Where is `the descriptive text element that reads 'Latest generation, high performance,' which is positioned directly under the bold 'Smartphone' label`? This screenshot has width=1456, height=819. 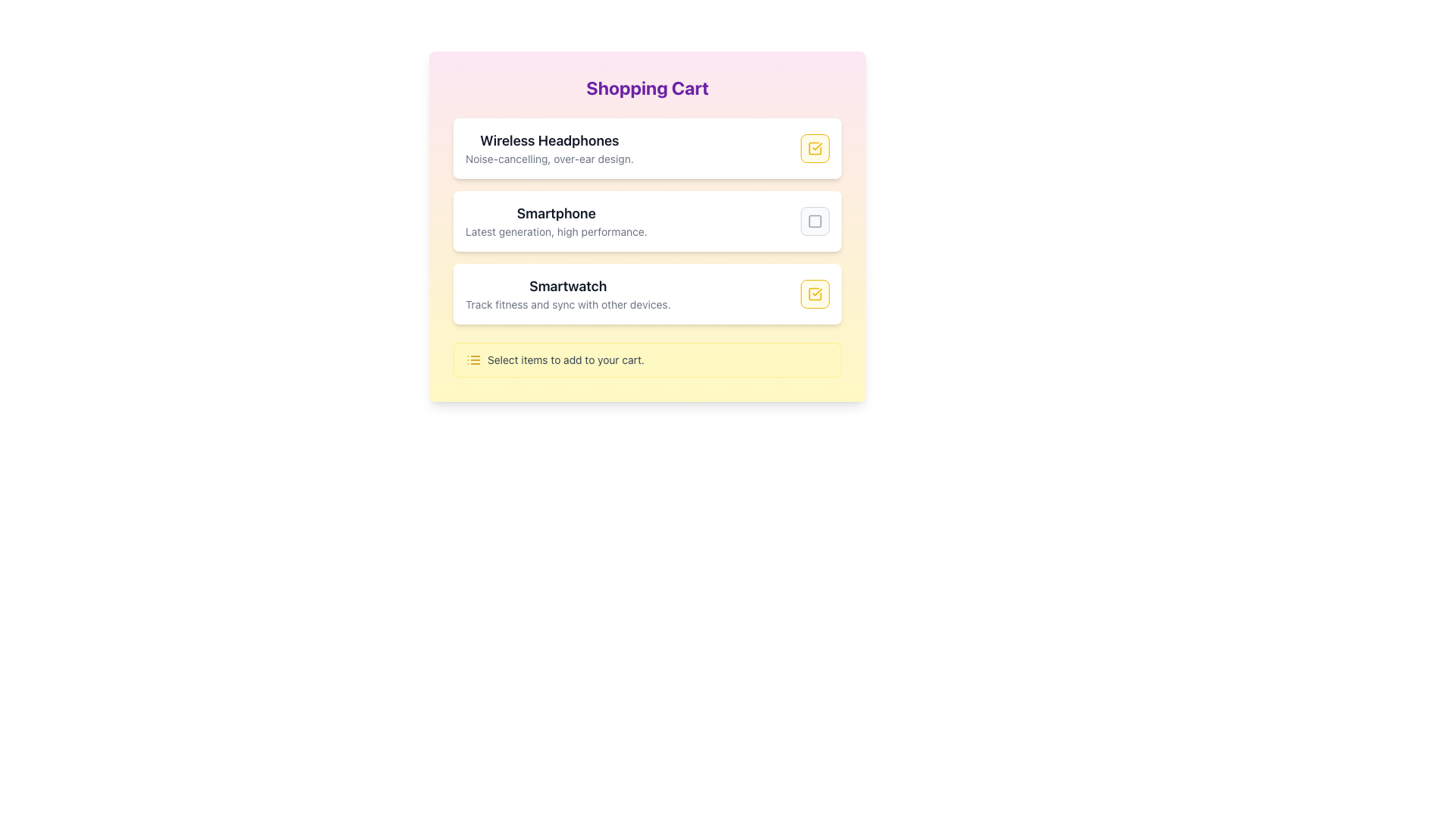 the descriptive text element that reads 'Latest generation, high performance,' which is positioned directly under the bold 'Smartphone' label is located at coordinates (555, 231).